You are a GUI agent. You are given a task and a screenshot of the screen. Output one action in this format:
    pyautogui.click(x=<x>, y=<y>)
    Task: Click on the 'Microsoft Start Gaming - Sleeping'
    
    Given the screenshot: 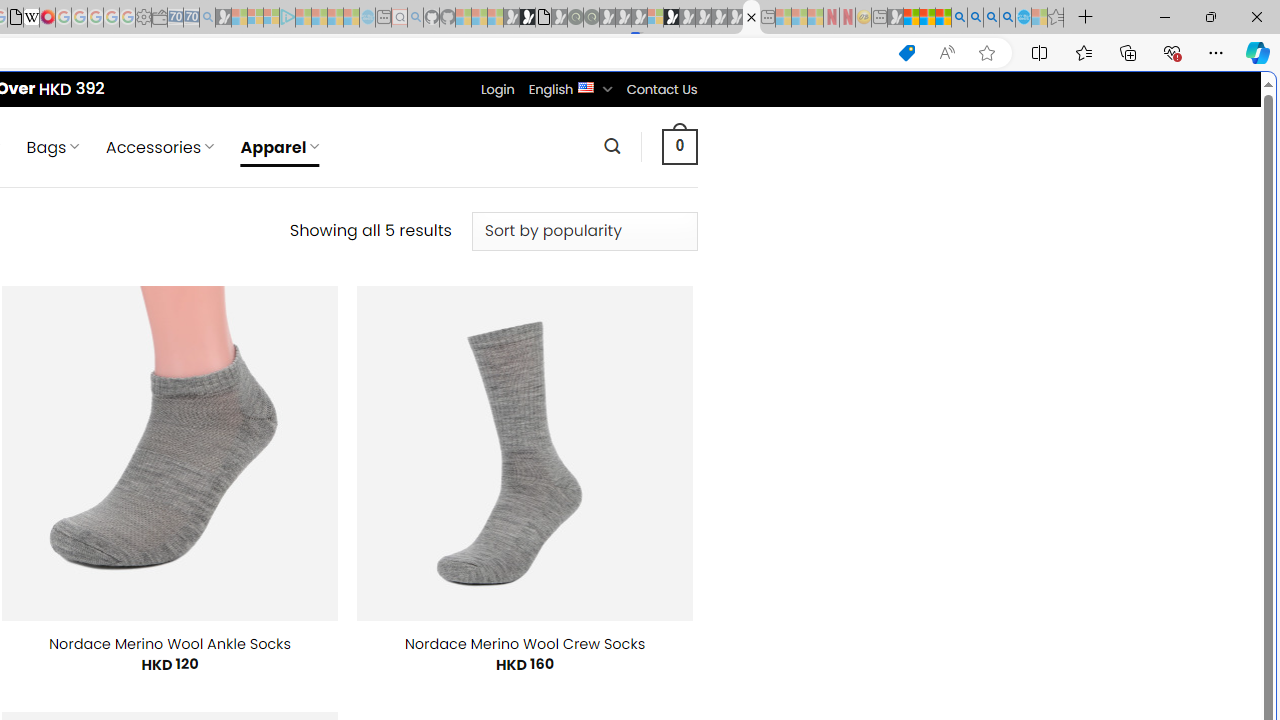 What is the action you would take?
    pyautogui.click(x=224, y=17)
    